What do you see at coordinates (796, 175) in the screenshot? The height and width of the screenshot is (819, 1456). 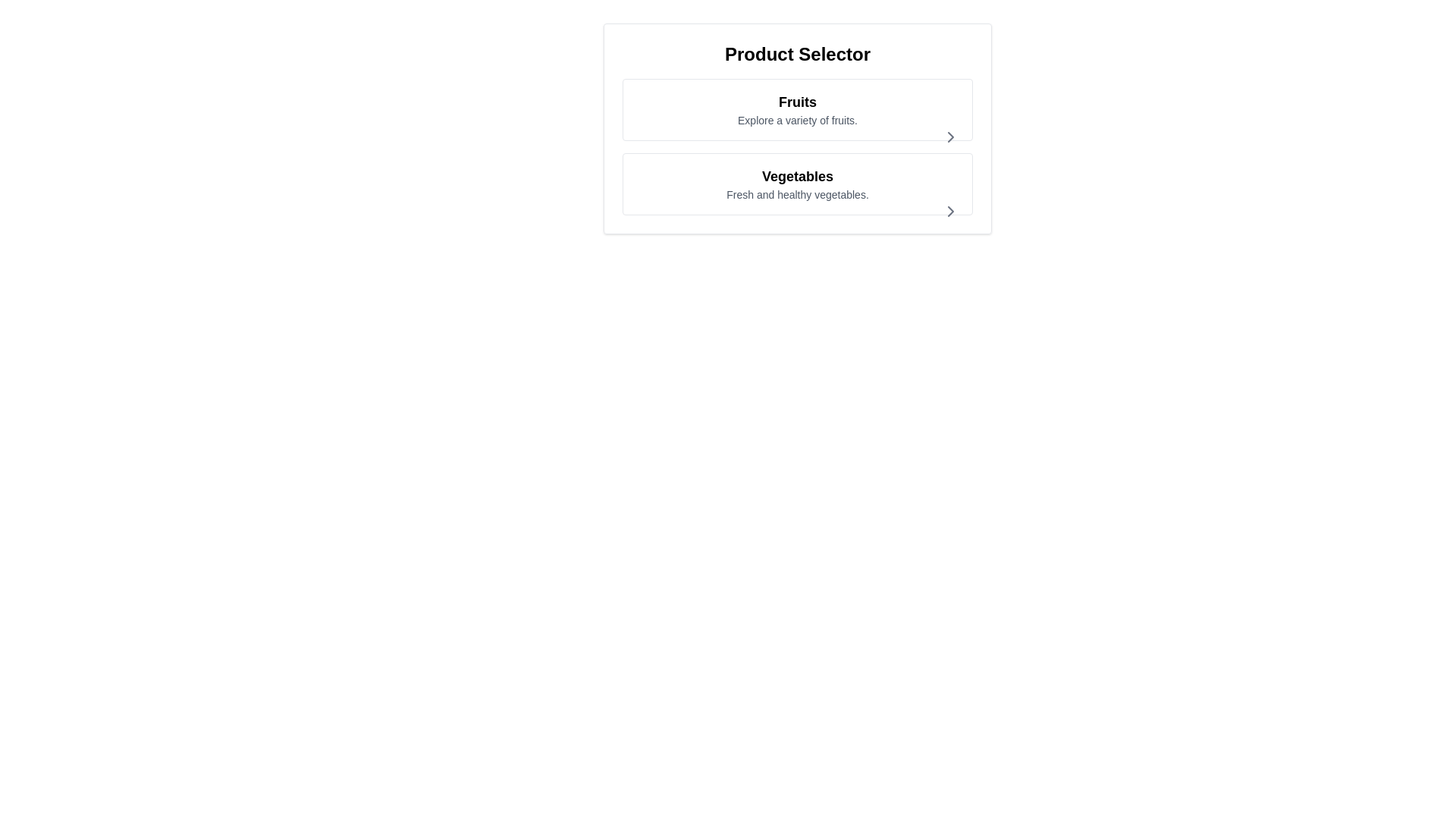 I see `the 'Vegetables' label in the product selector interface, which indicates the title of the category` at bounding box center [796, 175].